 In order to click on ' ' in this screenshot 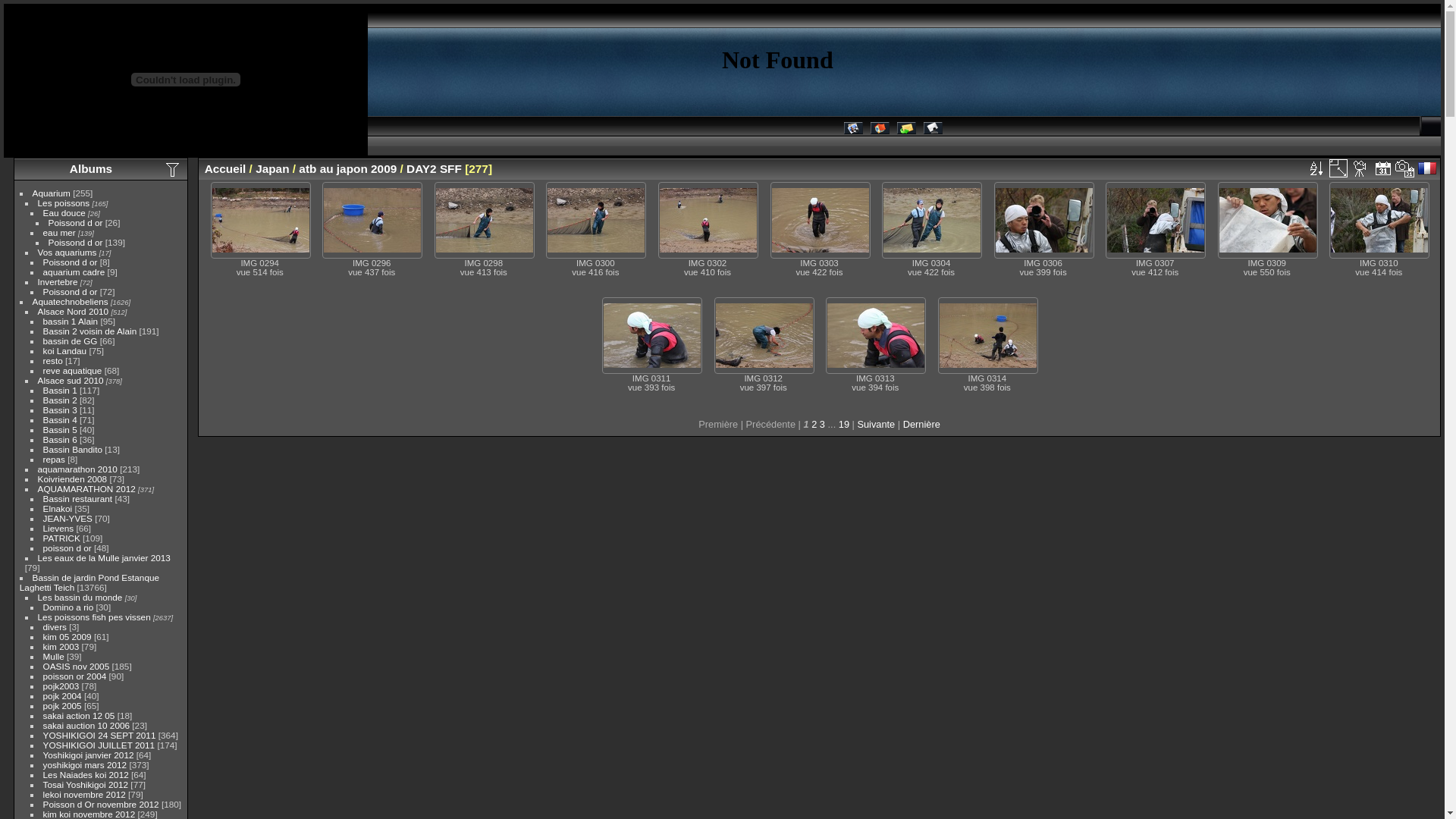, I will do `click(1350, 168)`.